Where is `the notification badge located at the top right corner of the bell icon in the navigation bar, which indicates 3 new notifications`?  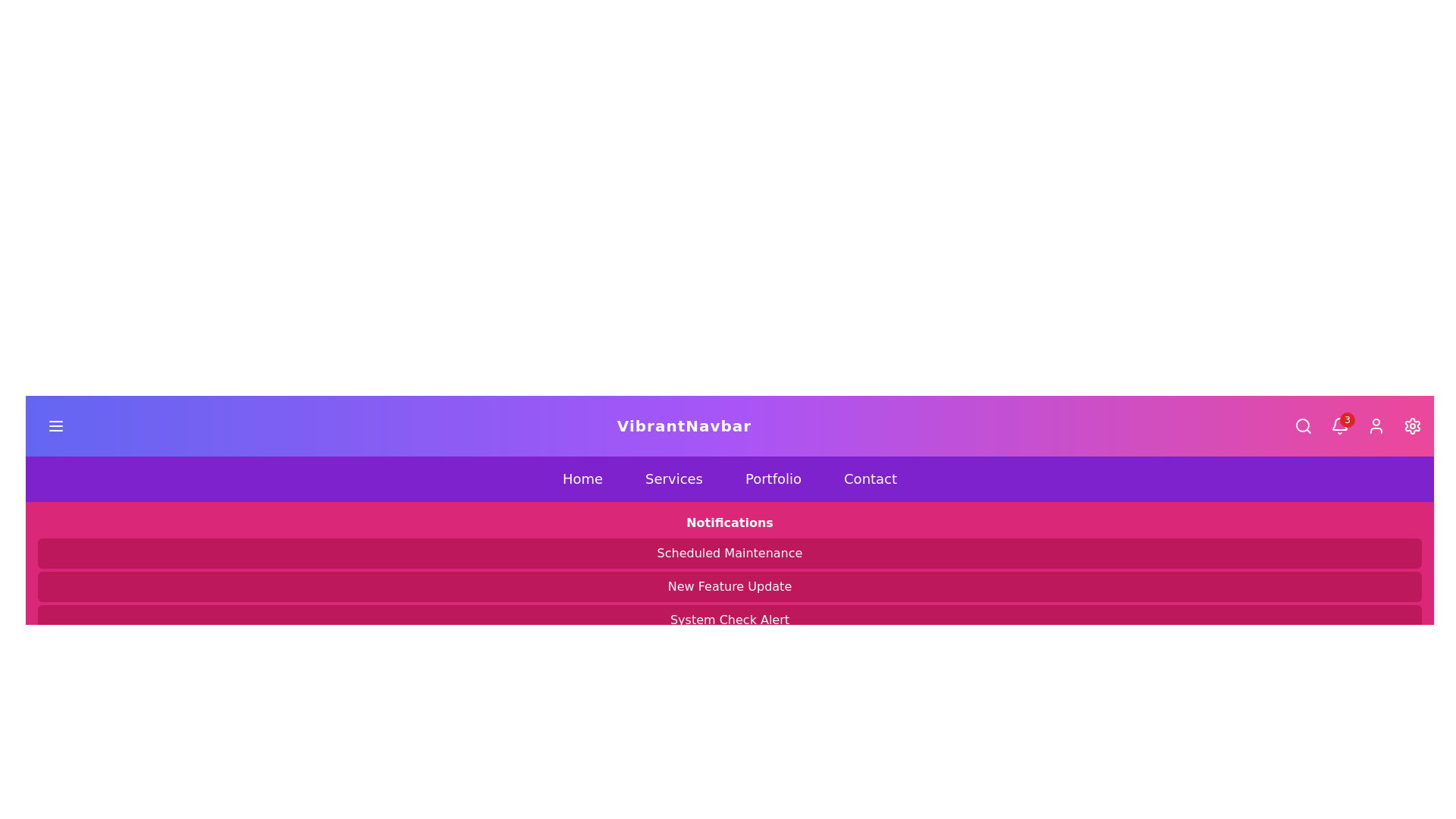
the notification badge located at the top right corner of the bell icon in the navigation bar, which indicates 3 new notifications is located at coordinates (1347, 420).